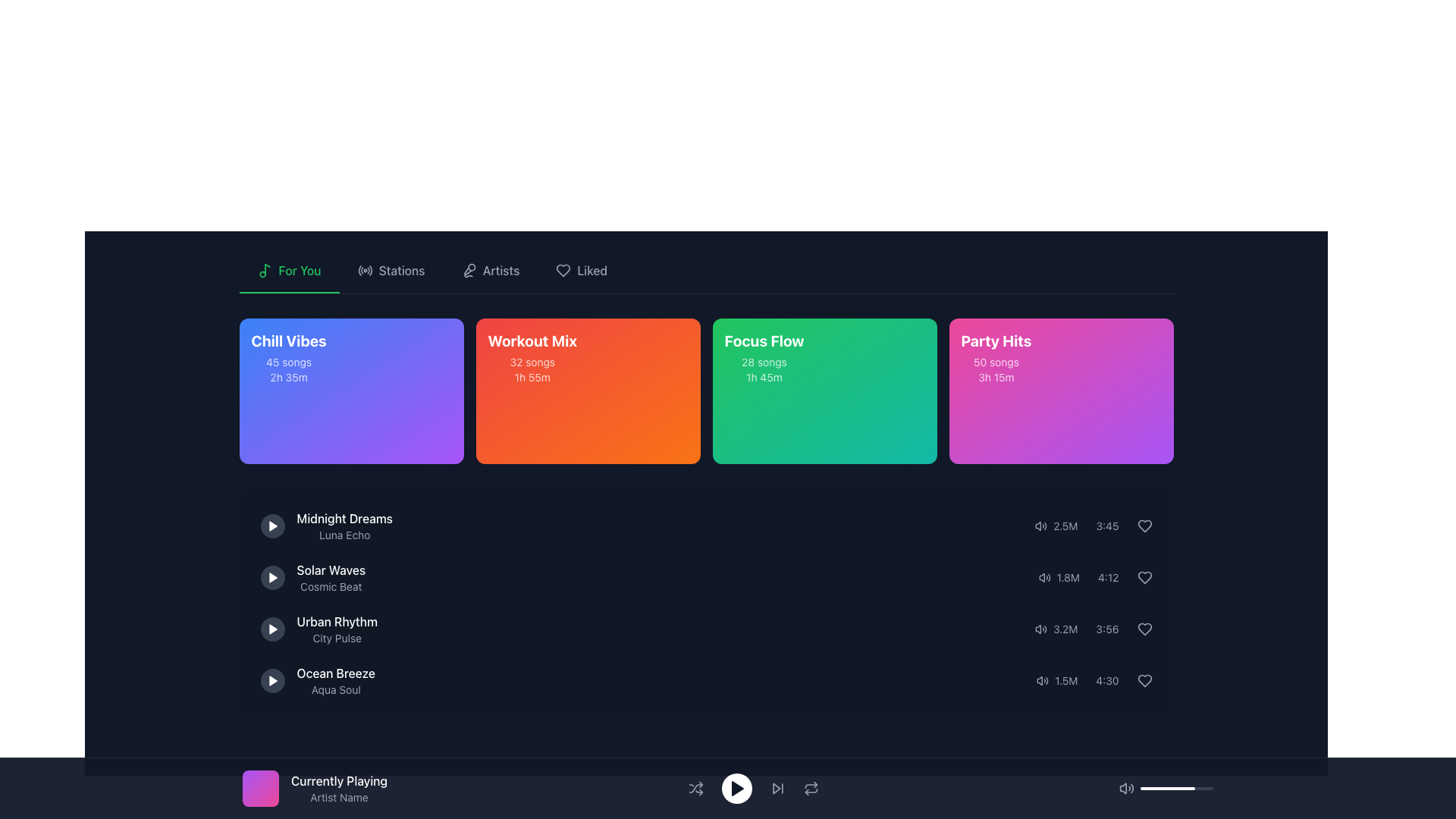  What do you see at coordinates (1107, 680) in the screenshot?
I see `the text label UI component displaying the time '4:30', which is positioned to the left of an interactive heart icon and centrally aligned in a list of songs` at bounding box center [1107, 680].